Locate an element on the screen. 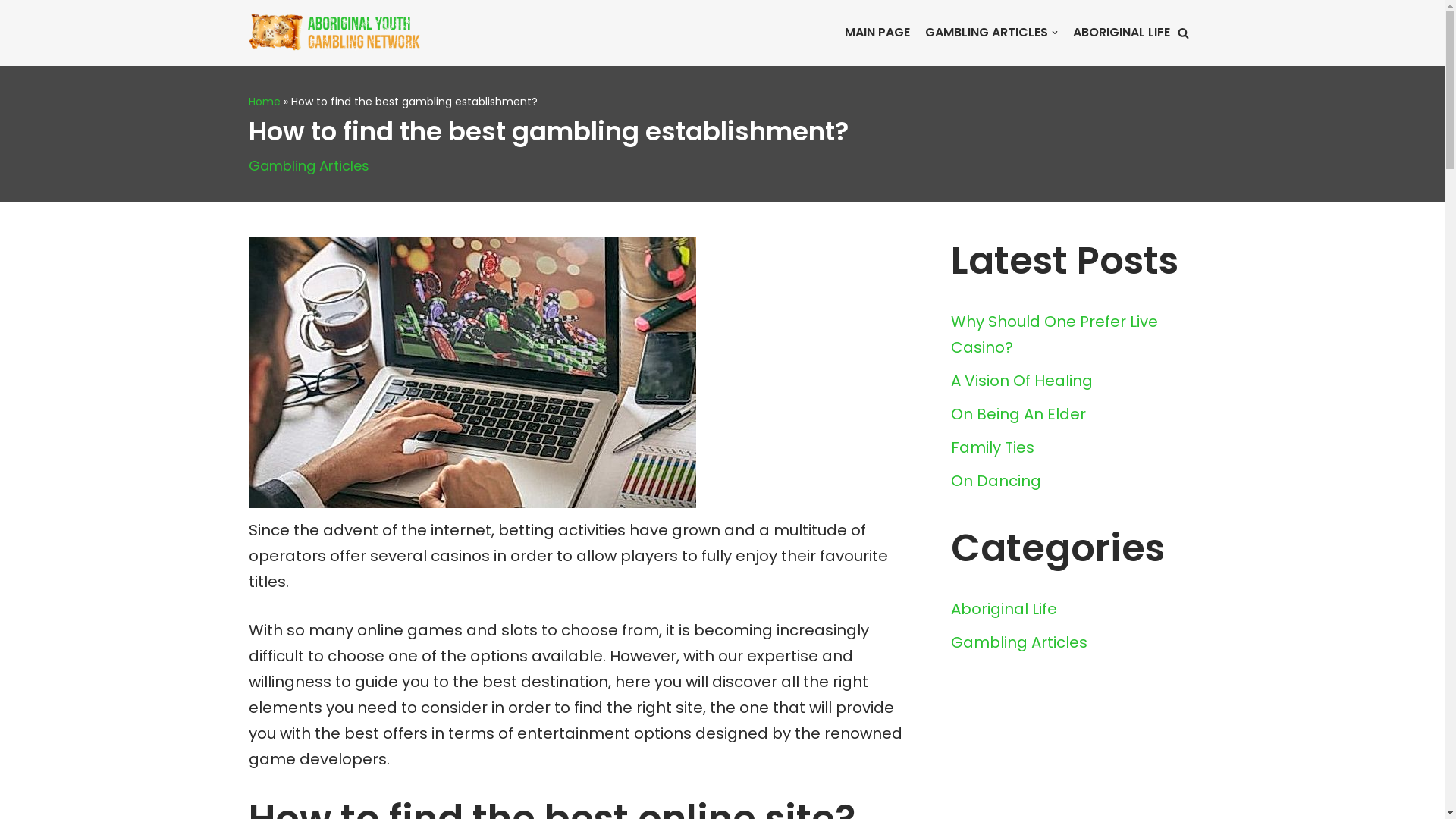 Image resolution: width=1456 pixels, height=819 pixels. 'Skip to content' is located at coordinates (11, 32).